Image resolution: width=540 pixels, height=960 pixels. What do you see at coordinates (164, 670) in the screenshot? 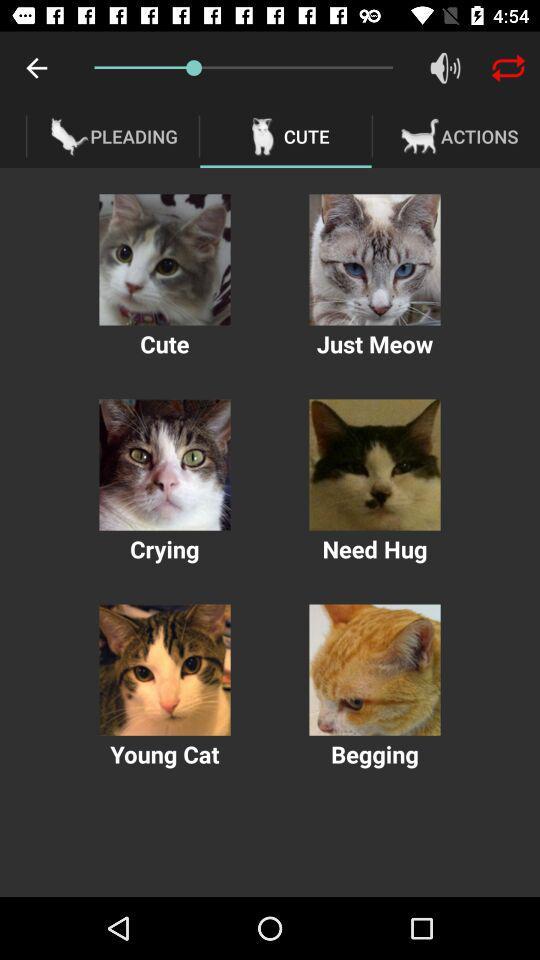
I see `option` at bounding box center [164, 670].